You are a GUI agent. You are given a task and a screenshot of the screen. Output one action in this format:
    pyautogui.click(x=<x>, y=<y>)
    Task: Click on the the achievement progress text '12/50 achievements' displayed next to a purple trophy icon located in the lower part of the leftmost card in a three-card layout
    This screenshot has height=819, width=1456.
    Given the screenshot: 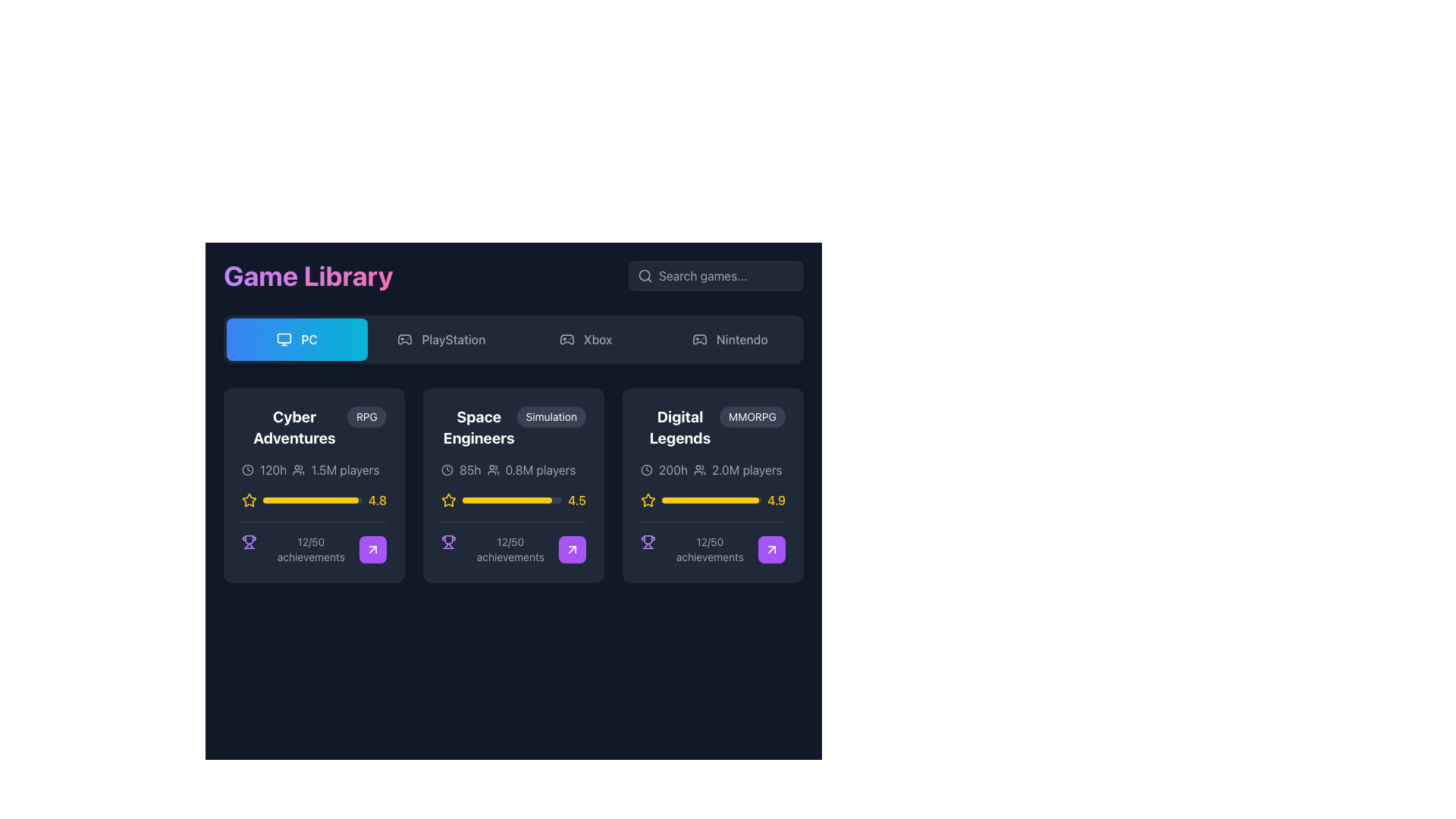 What is the action you would take?
    pyautogui.click(x=300, y=550)
    